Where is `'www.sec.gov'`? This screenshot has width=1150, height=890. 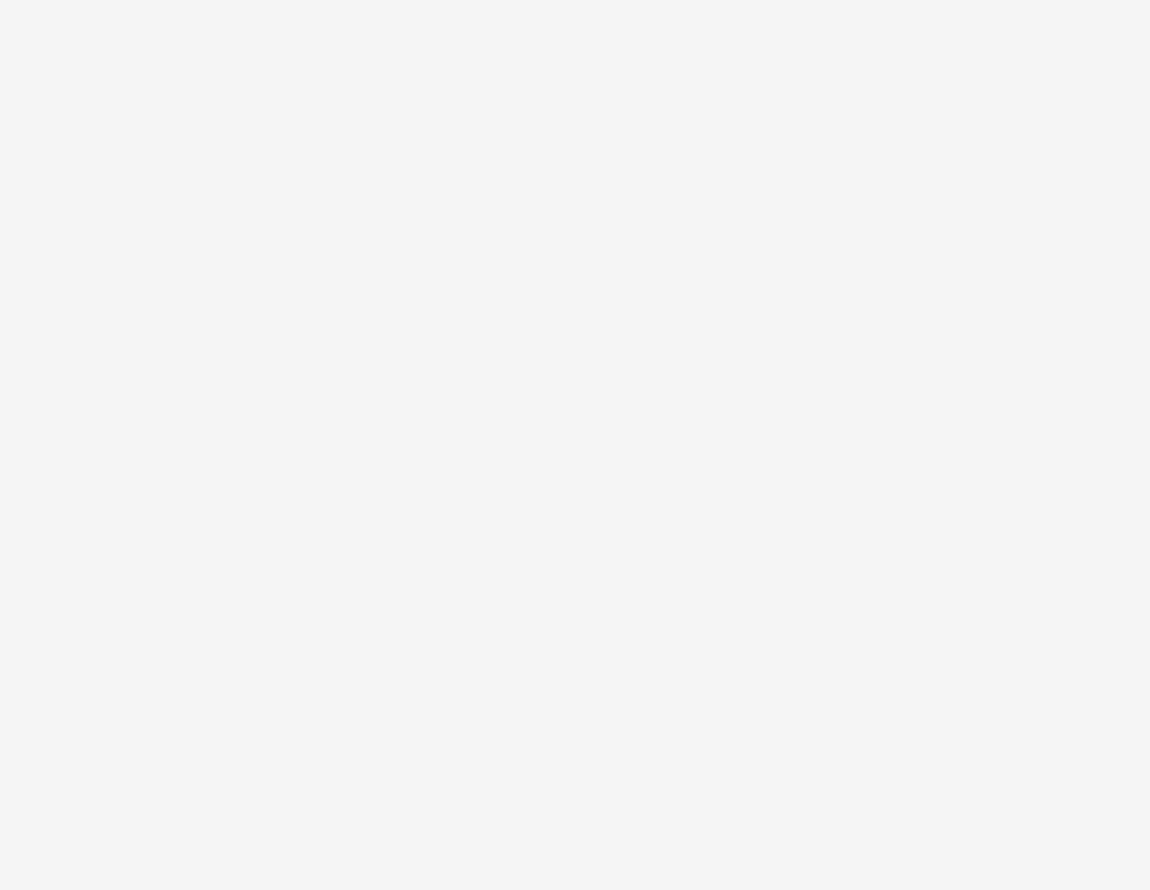
'www.sec.gov' is located at coordinates (328, 131).